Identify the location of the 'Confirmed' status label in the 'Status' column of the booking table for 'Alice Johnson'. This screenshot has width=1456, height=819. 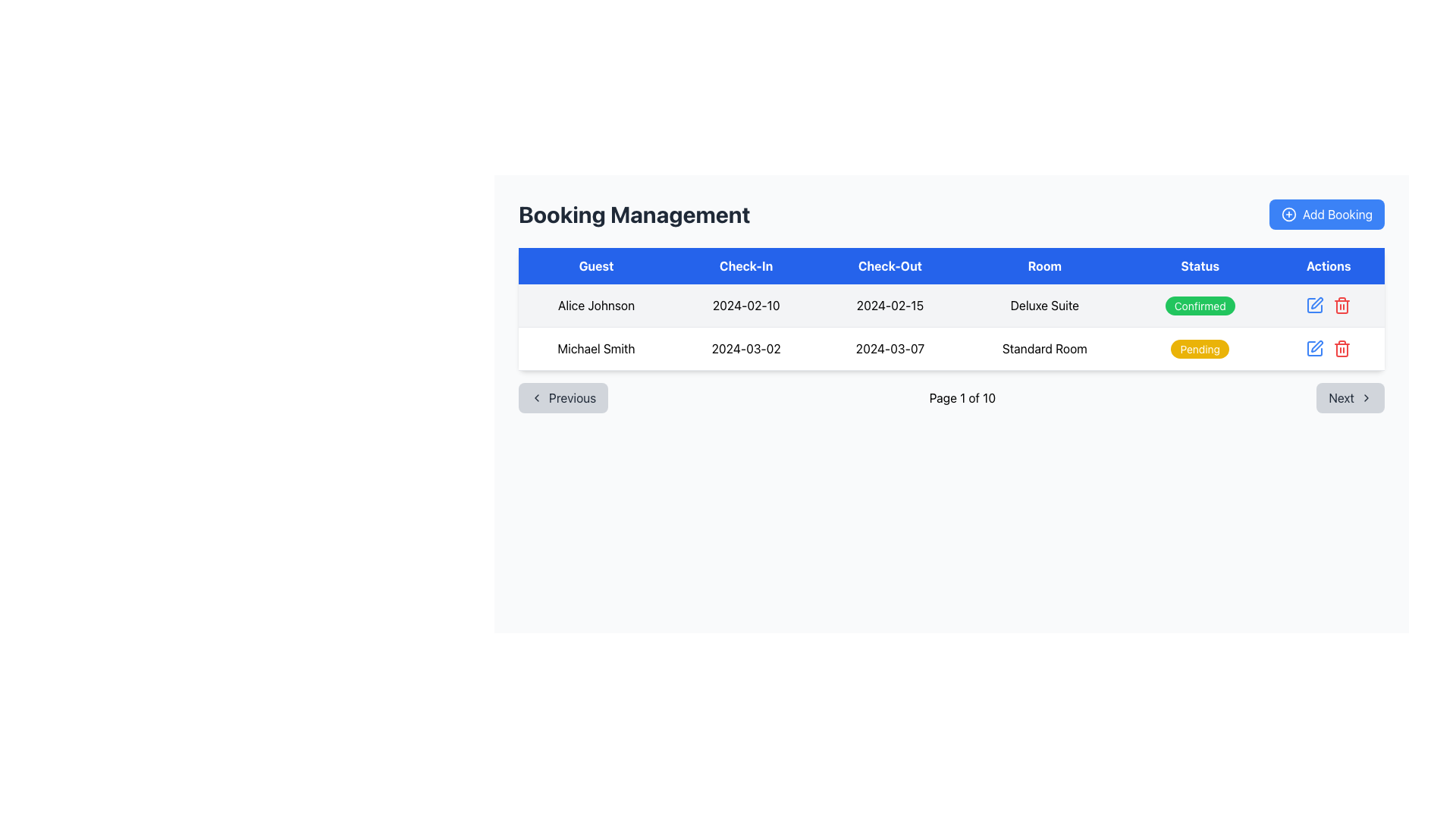
(1199, 306).